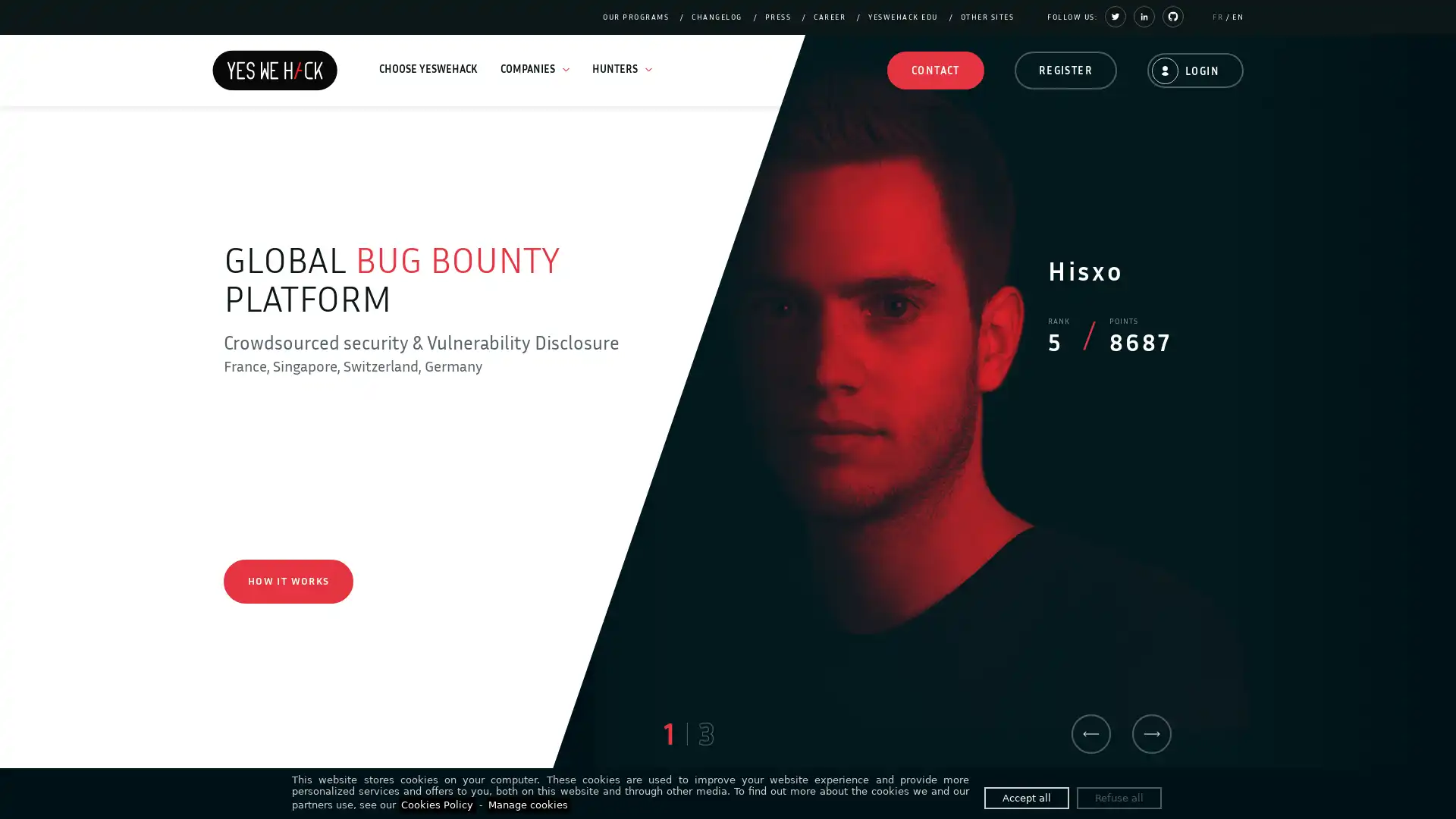 This screenshot has height=819, width=1456. What do you see at coordinates (1119, 797) in the screenshot?
I see `Refuse all` at bounding box center [1119, 797].